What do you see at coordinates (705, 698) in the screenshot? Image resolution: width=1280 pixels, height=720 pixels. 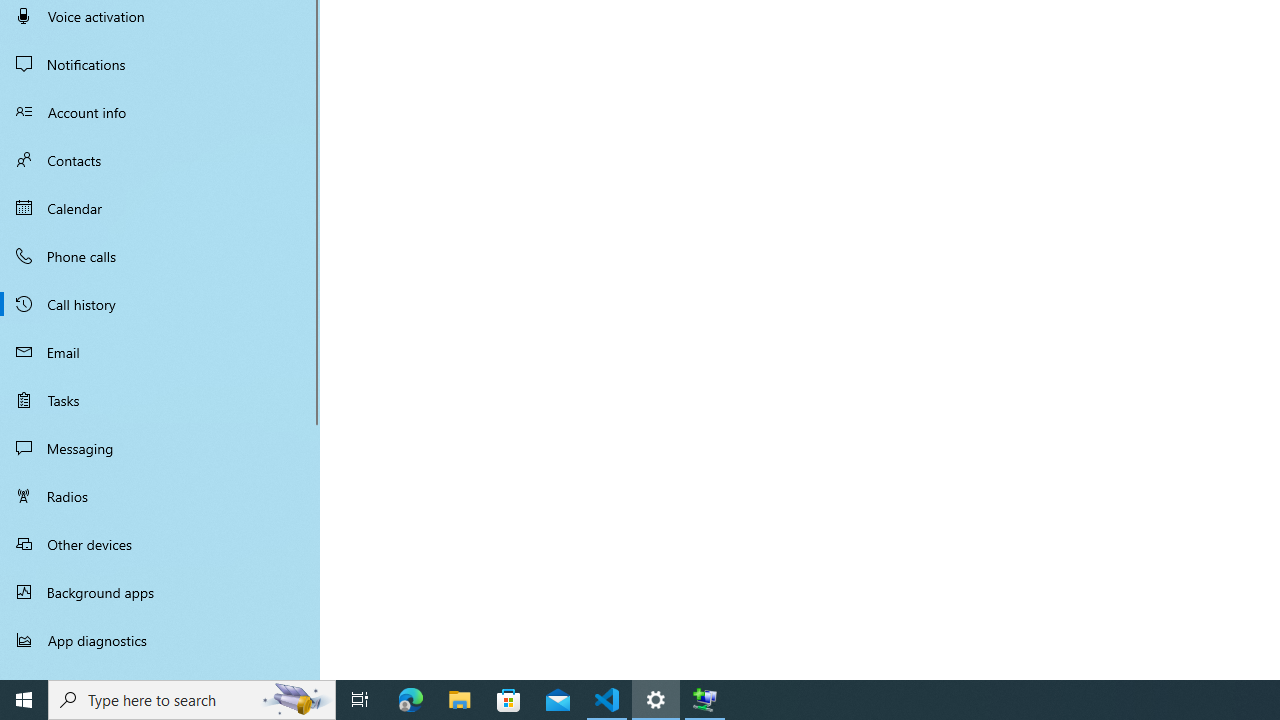 I see `'Extensible Wizards Host Process - 1 running window'` at bounding box center [705, 698].